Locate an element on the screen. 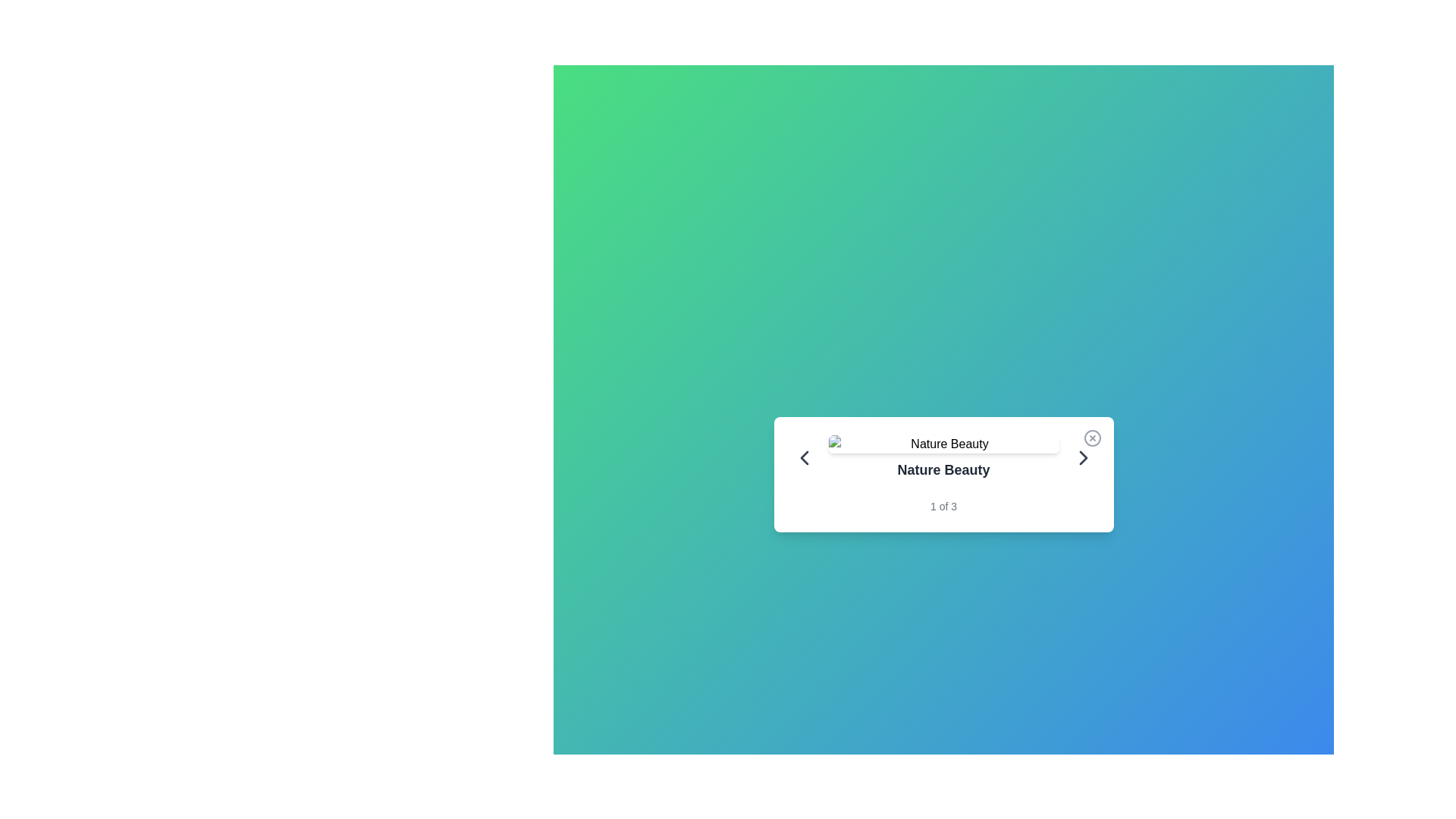  the close button, which is a small circular button with an 'x' icon, located at the top-right corner of the white rectangular card interface is located at coordinates (1092, 438).